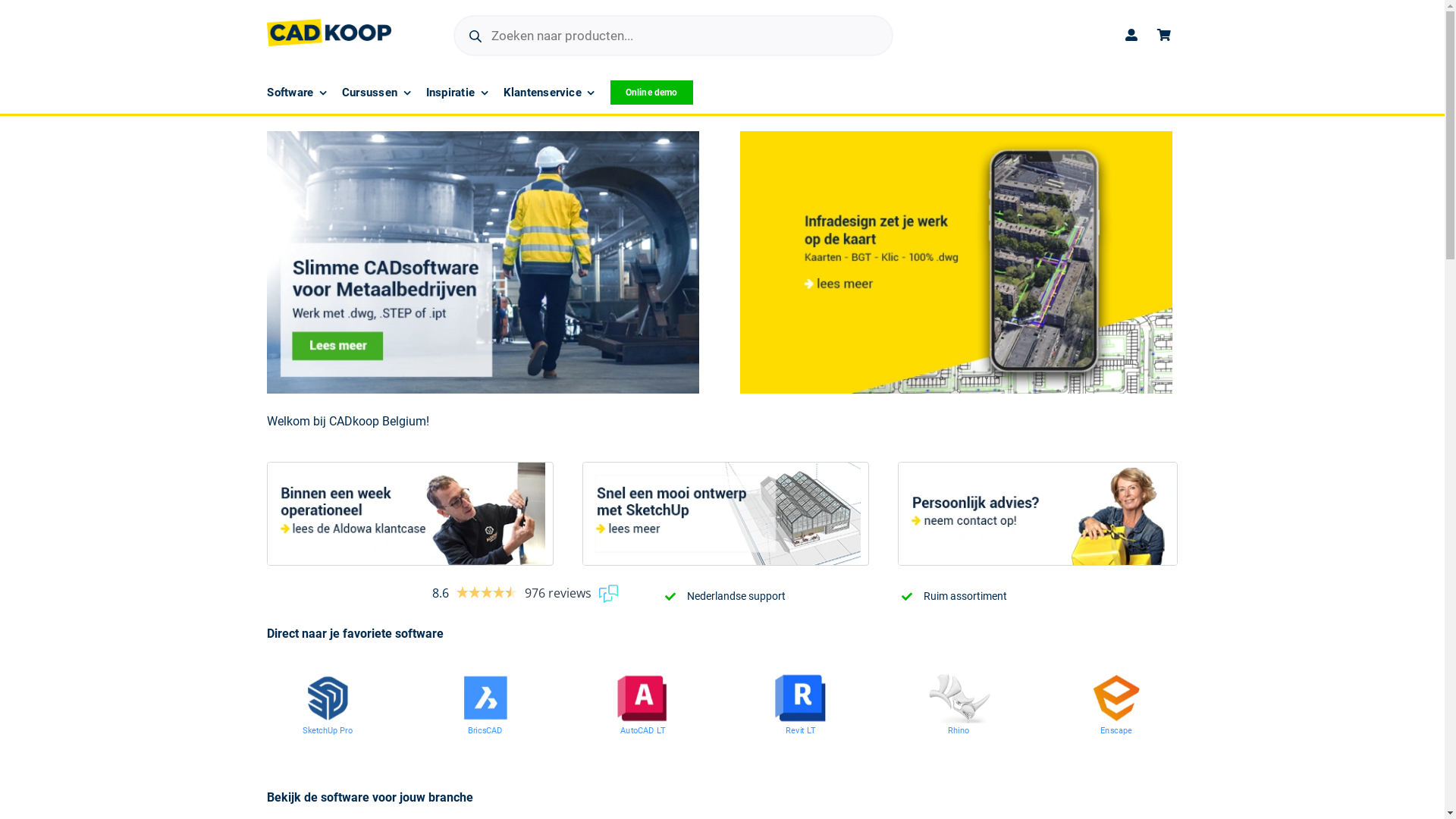 Image resolution: width=1456 pixels, height=819 pixels. Describe the element at coordinates (524, 592) in the screenshot. I see `'8.6` at that location.